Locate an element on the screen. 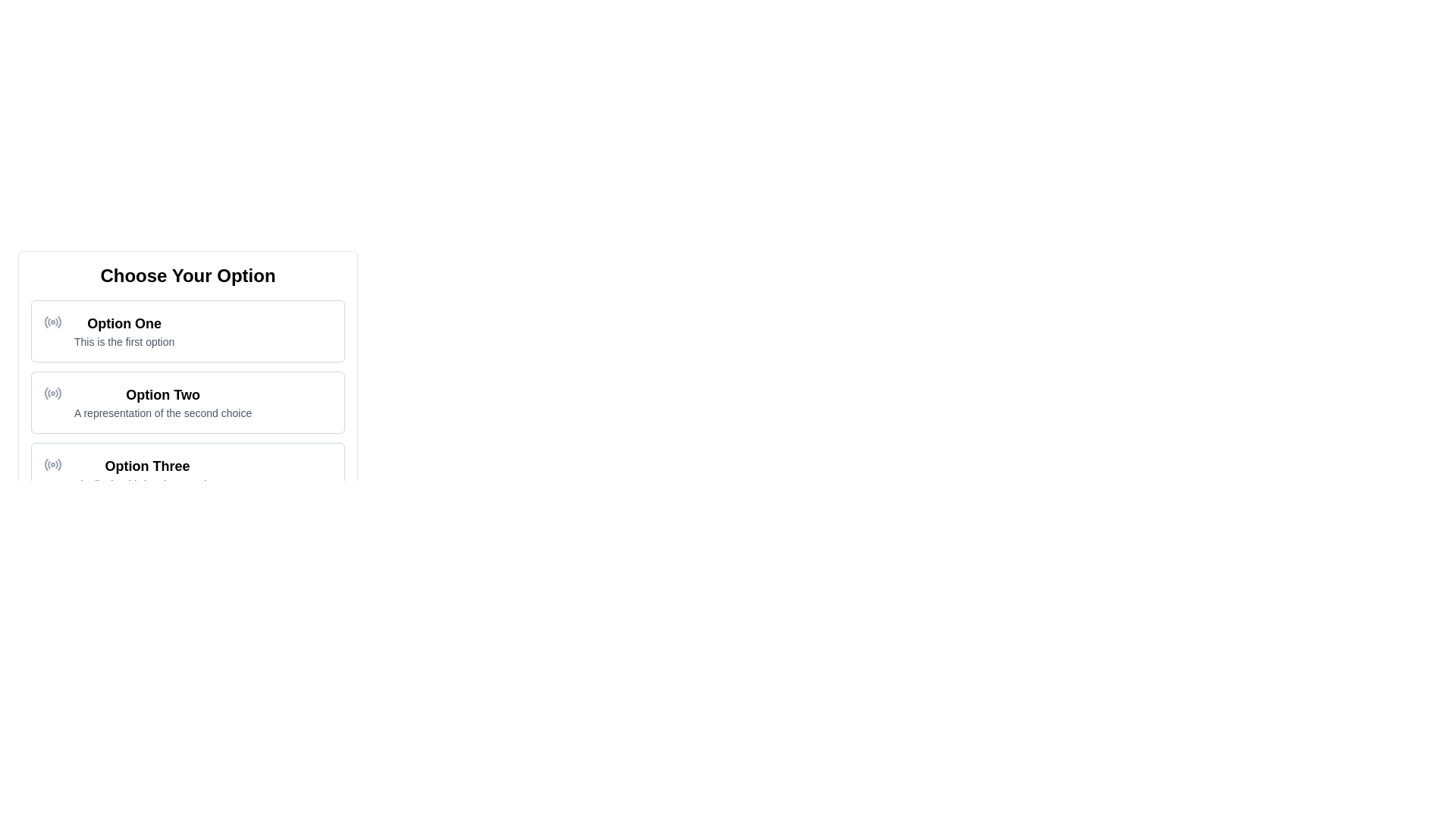 This screenshot has height=819, width=1456. the list item titled 'Option Three', which is the third item in a vertical list and features a bold black font title and a smaller light gray description is located at coordinates (147, 472).